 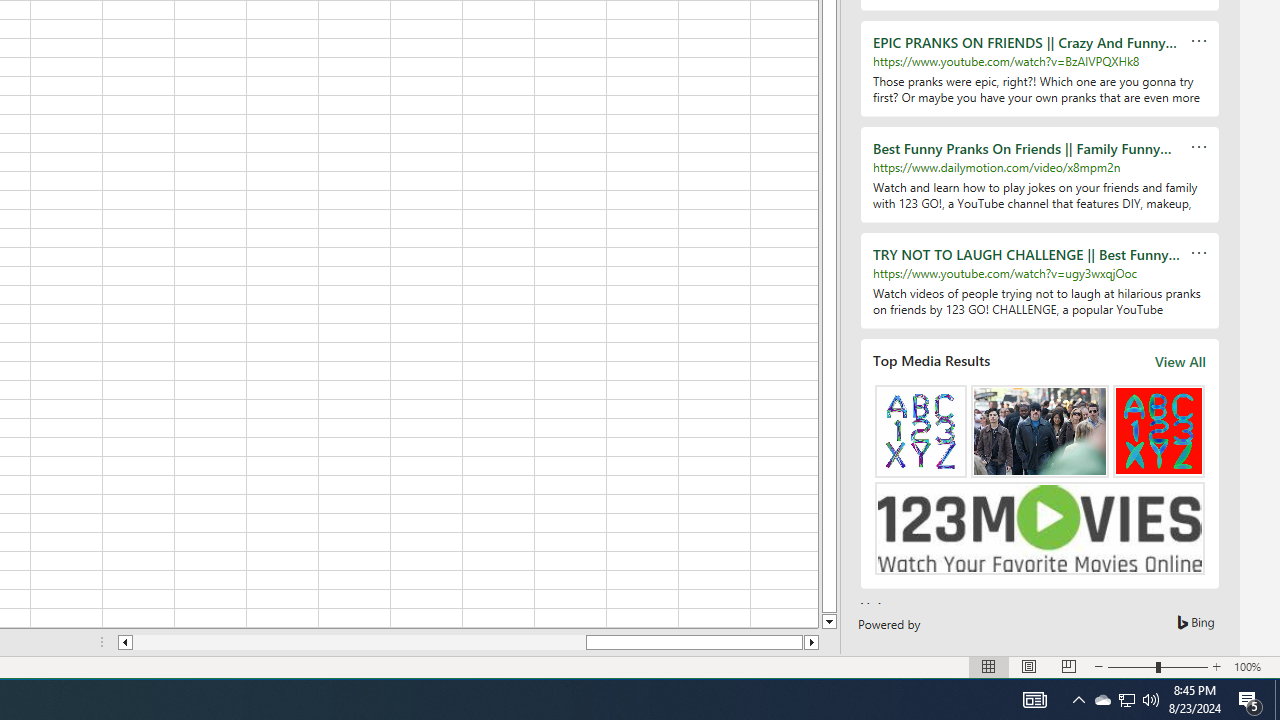 I want to click on 'Line down', so click(x=829, y=621).